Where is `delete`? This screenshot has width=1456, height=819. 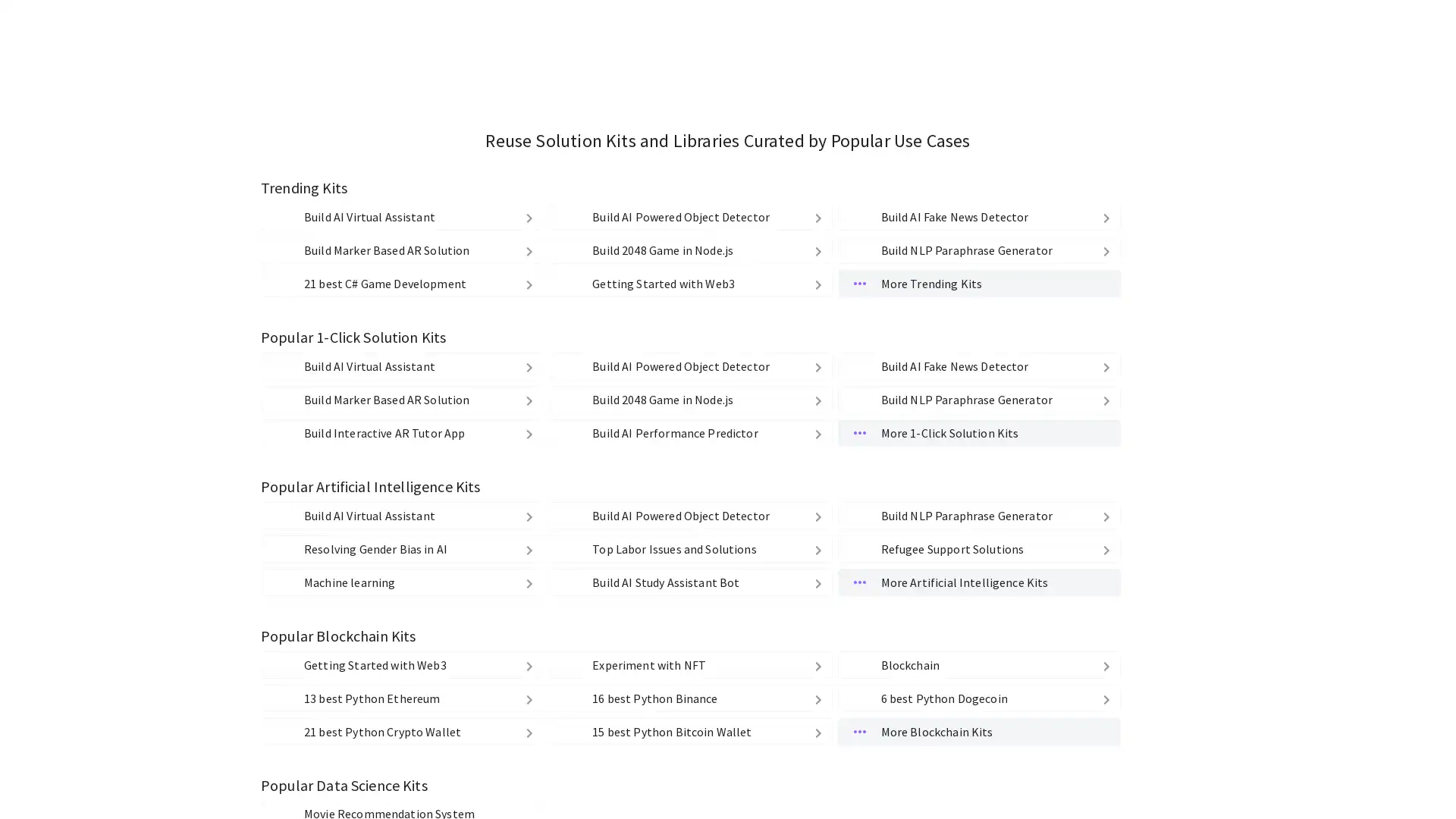 delete is located at coordinates (1084, 598).